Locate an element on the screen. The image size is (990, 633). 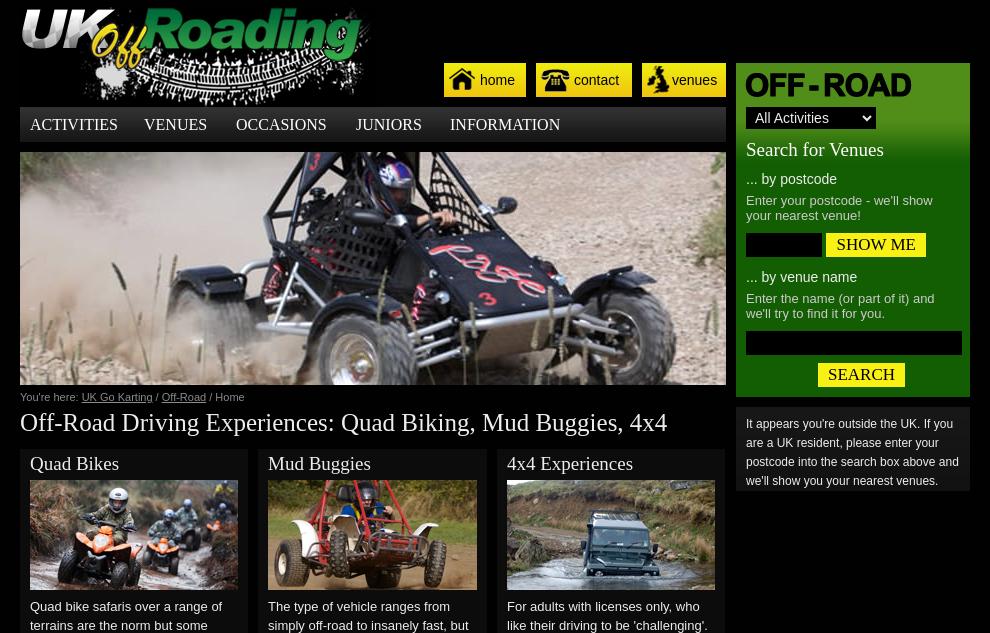
'venues' is located at coordinates (693, 80).